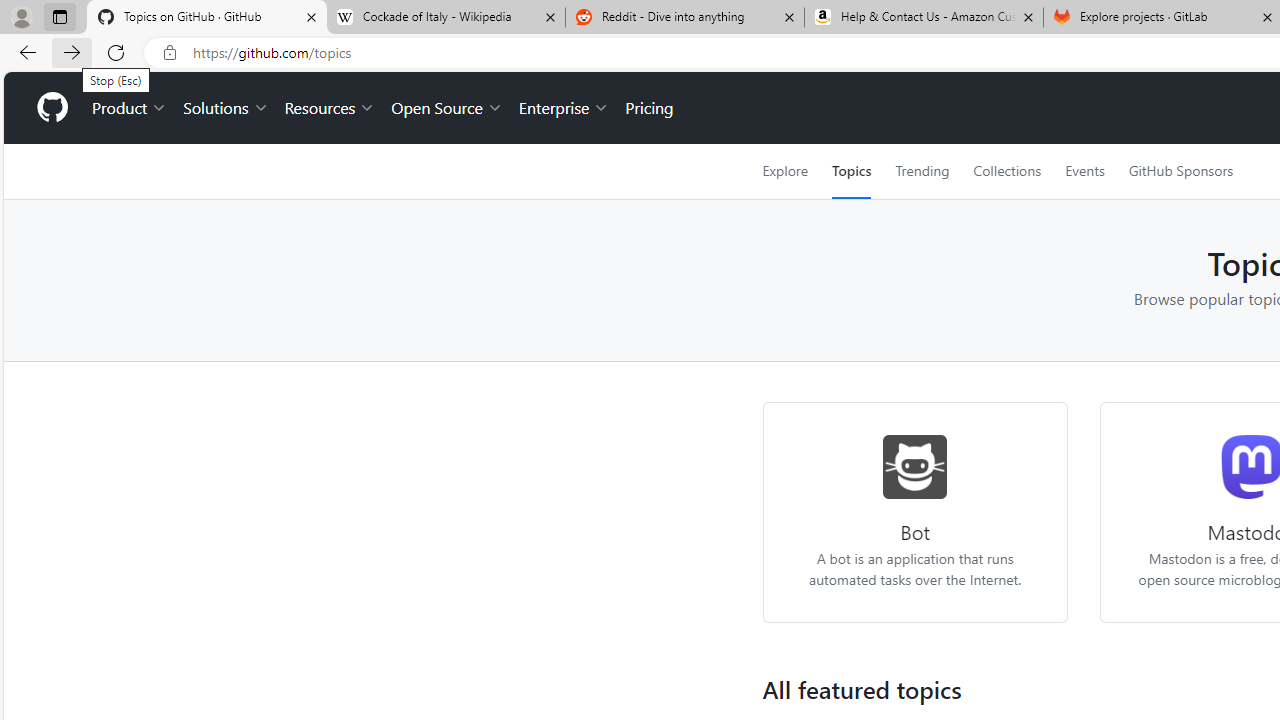  Describe the element at coordinates (330, 108) in the screenshot. I see `'Resources'` at that location.